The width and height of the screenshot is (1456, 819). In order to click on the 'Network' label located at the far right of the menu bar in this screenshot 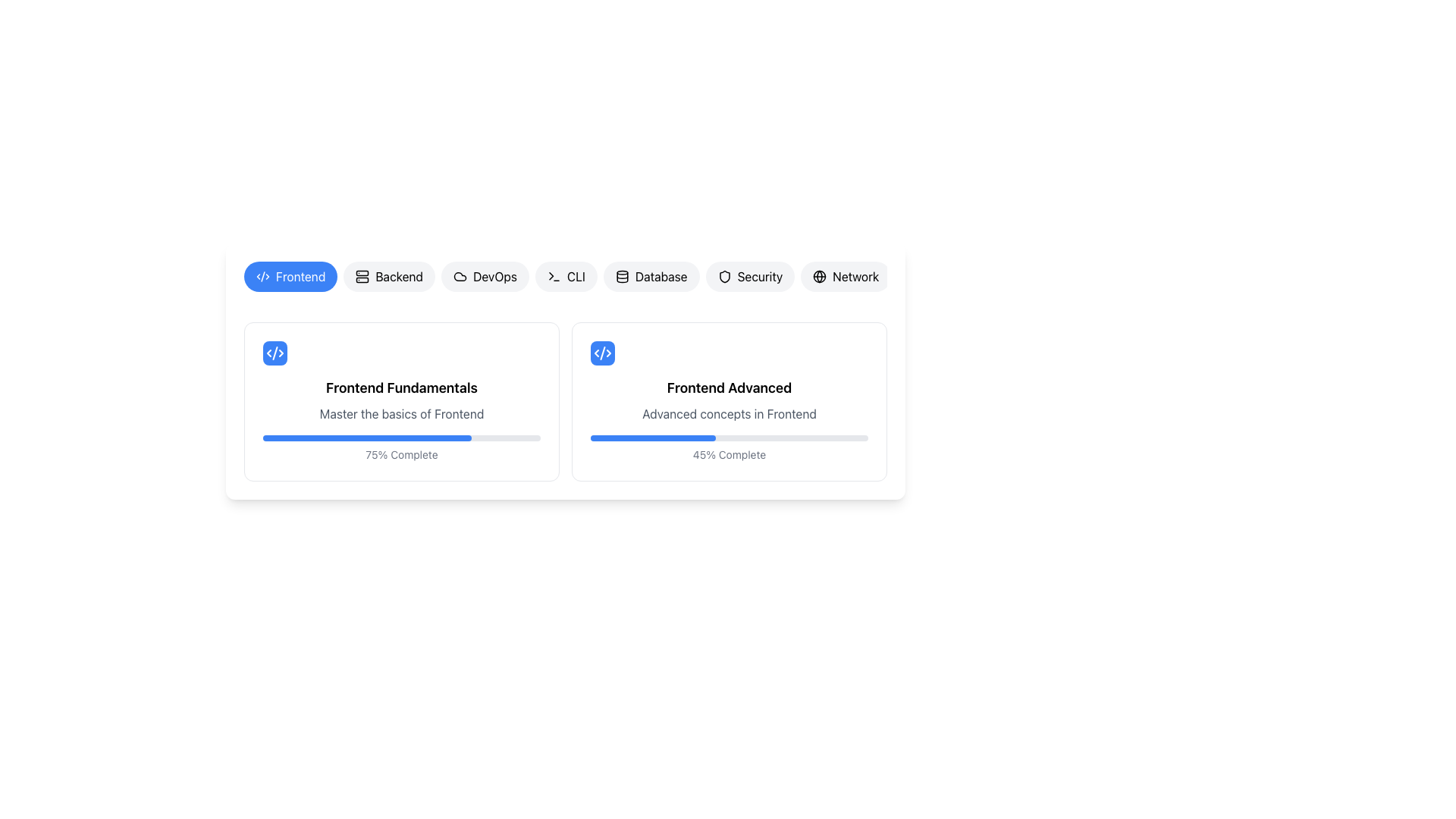, I will do `click(855, 277)`.